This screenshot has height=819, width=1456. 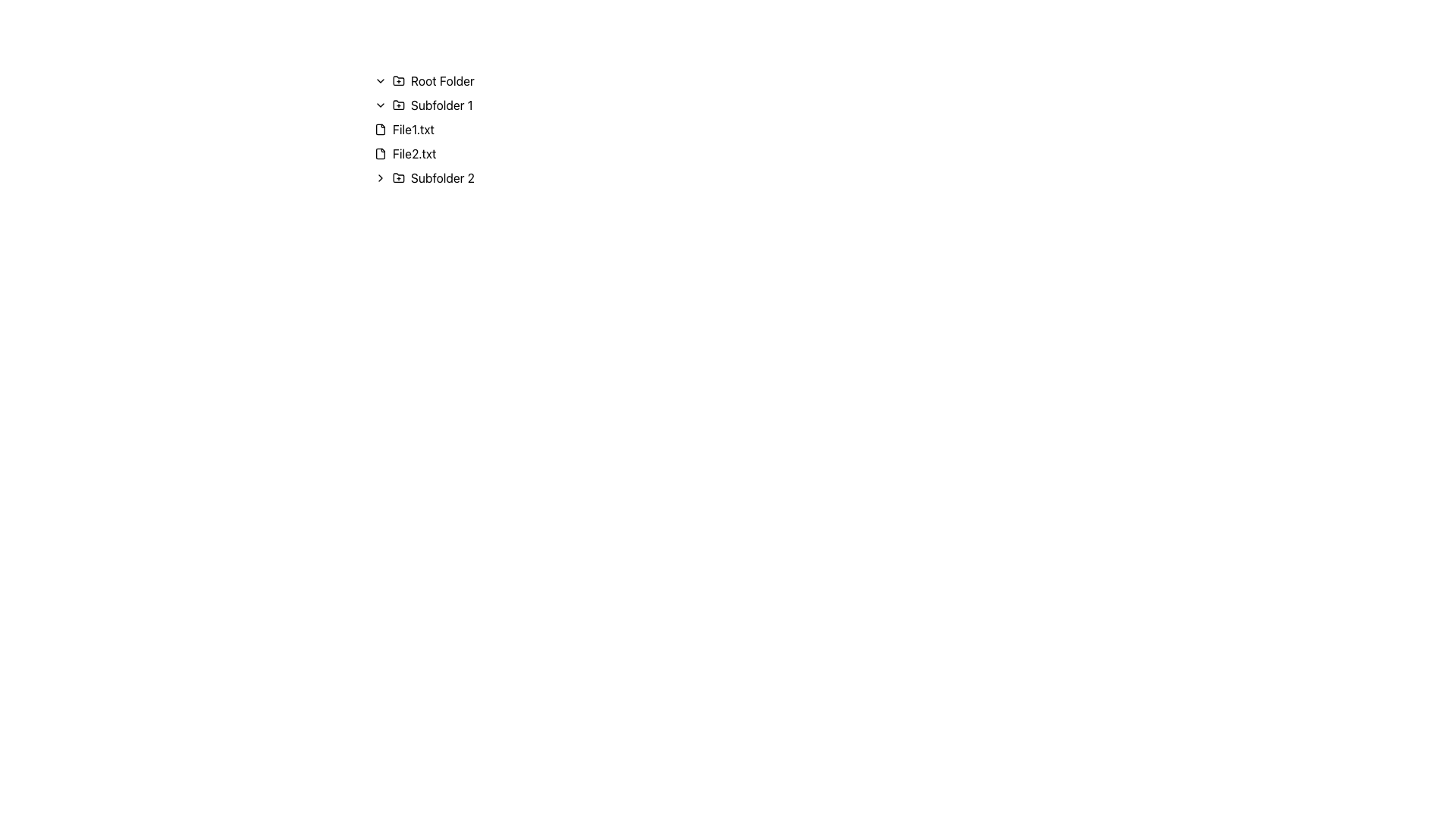 I want to click on the icon that visually represents the file 'File1.txt', which is located at the leftmost position of the entry and has a distinct document-like shape with a folded corner, so click(x=381, y=128).